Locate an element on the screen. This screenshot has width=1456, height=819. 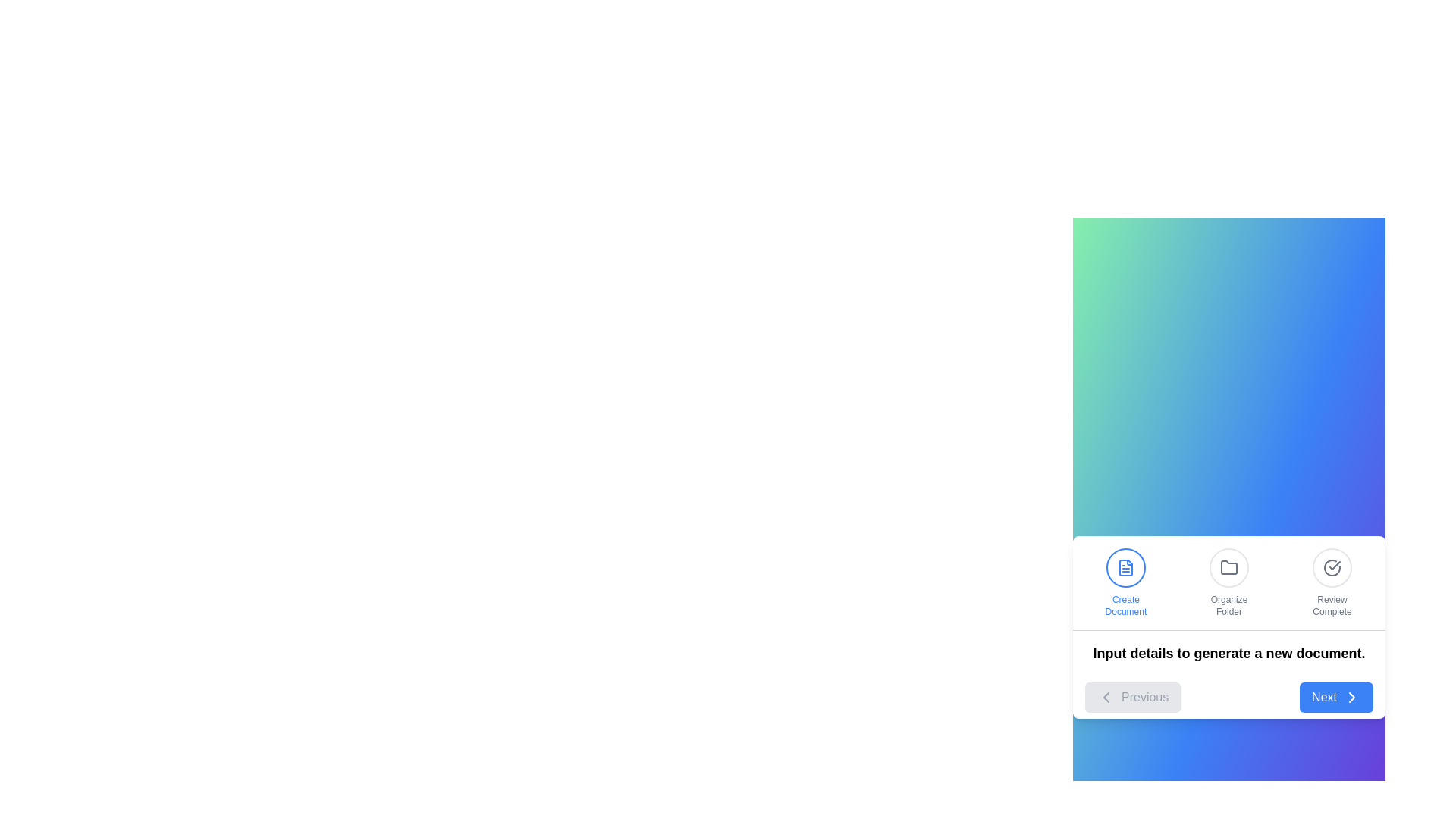
the step icon corresponding to Create Document to navigate to that step is located at coordinates (1125, 582).